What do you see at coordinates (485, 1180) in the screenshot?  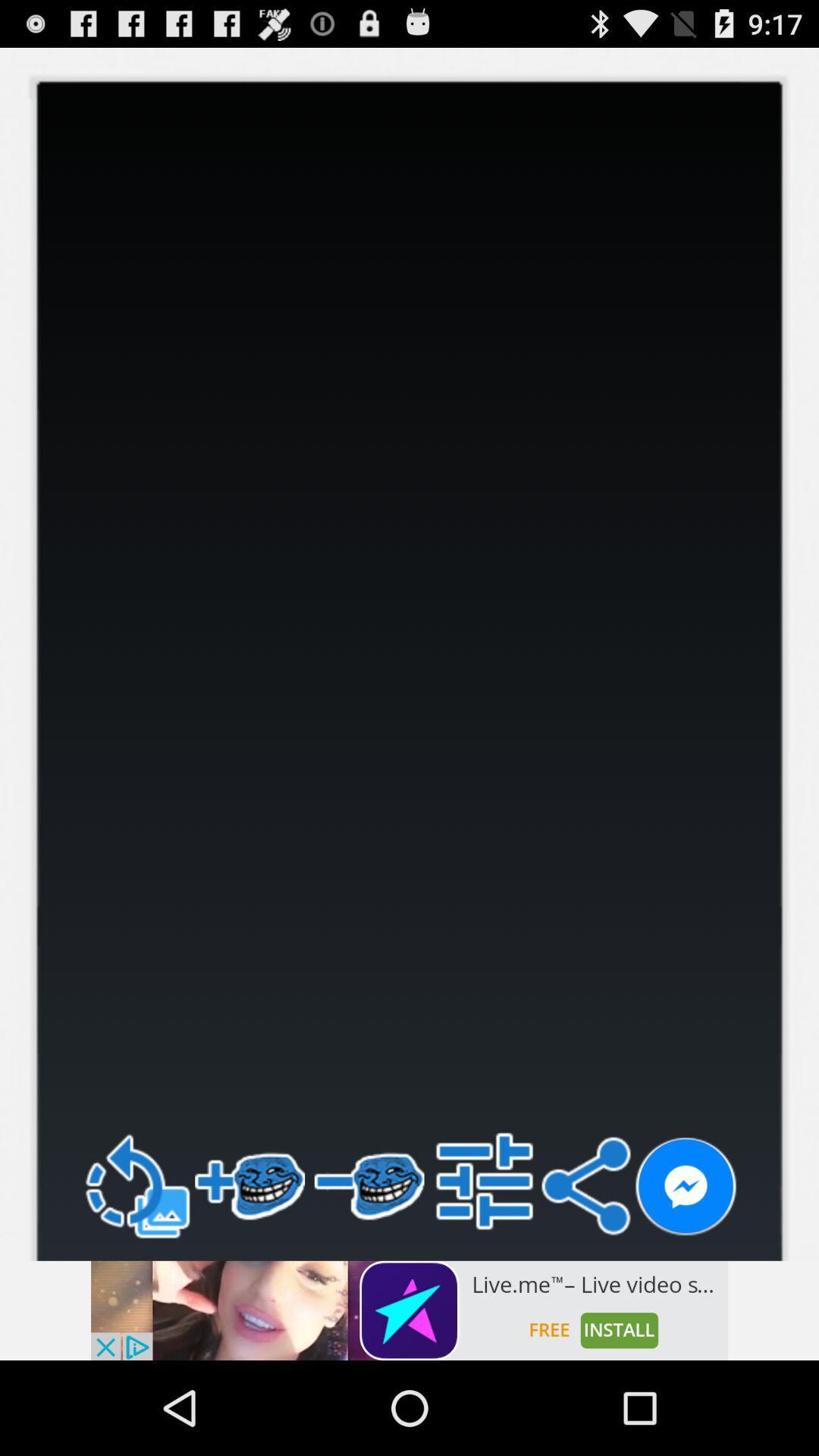 I see `more option` at bounding box center [485, 1180].